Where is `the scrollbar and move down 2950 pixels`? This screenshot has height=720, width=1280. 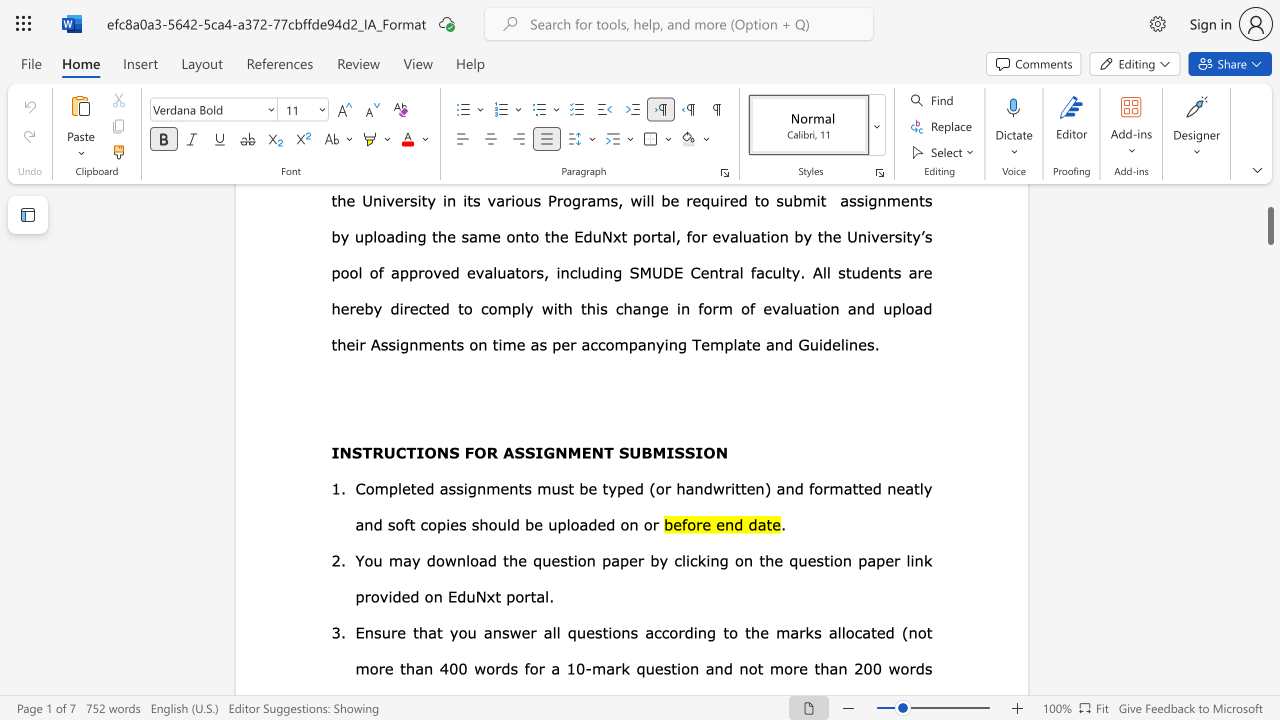
the scrollbar and move down 2950 pixels is located at coordinates (1269, 218).